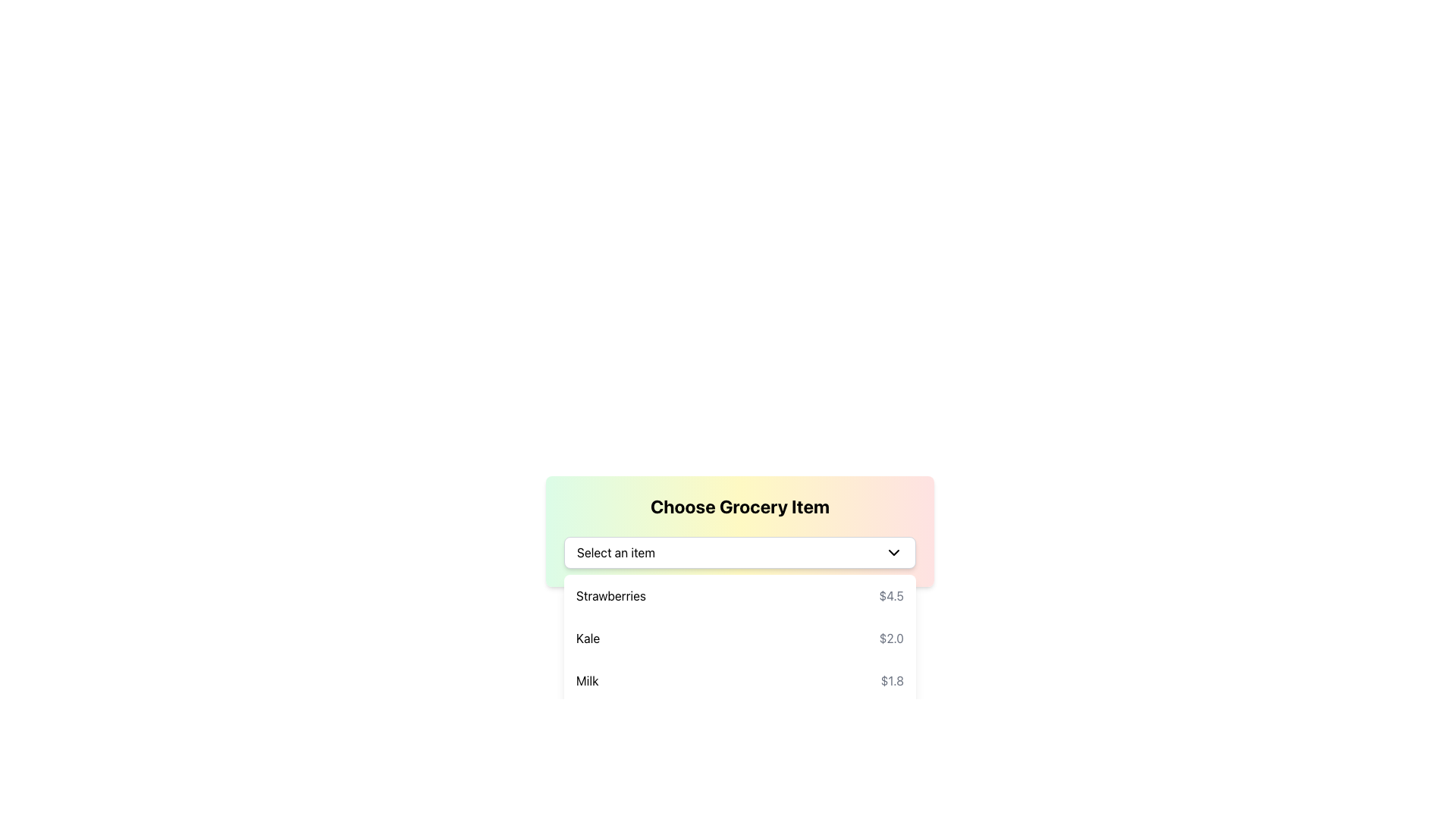  Describe the element at coordinates (739, 680) in the screenshot. I see `the third entry in the dropdown menu labeled 'Milk' priced at '$1.8'` at that location.